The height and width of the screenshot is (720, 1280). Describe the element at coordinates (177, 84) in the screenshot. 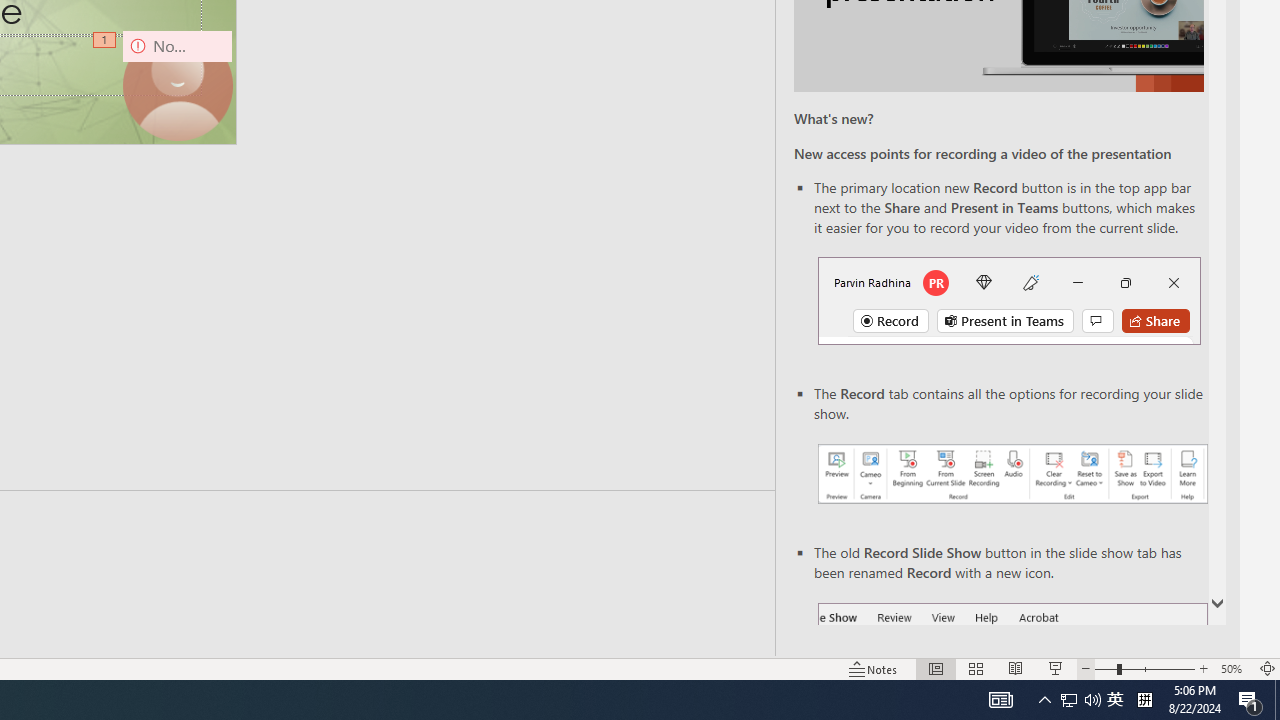

I see `'Camera 9, No camera detected.'` at that location.